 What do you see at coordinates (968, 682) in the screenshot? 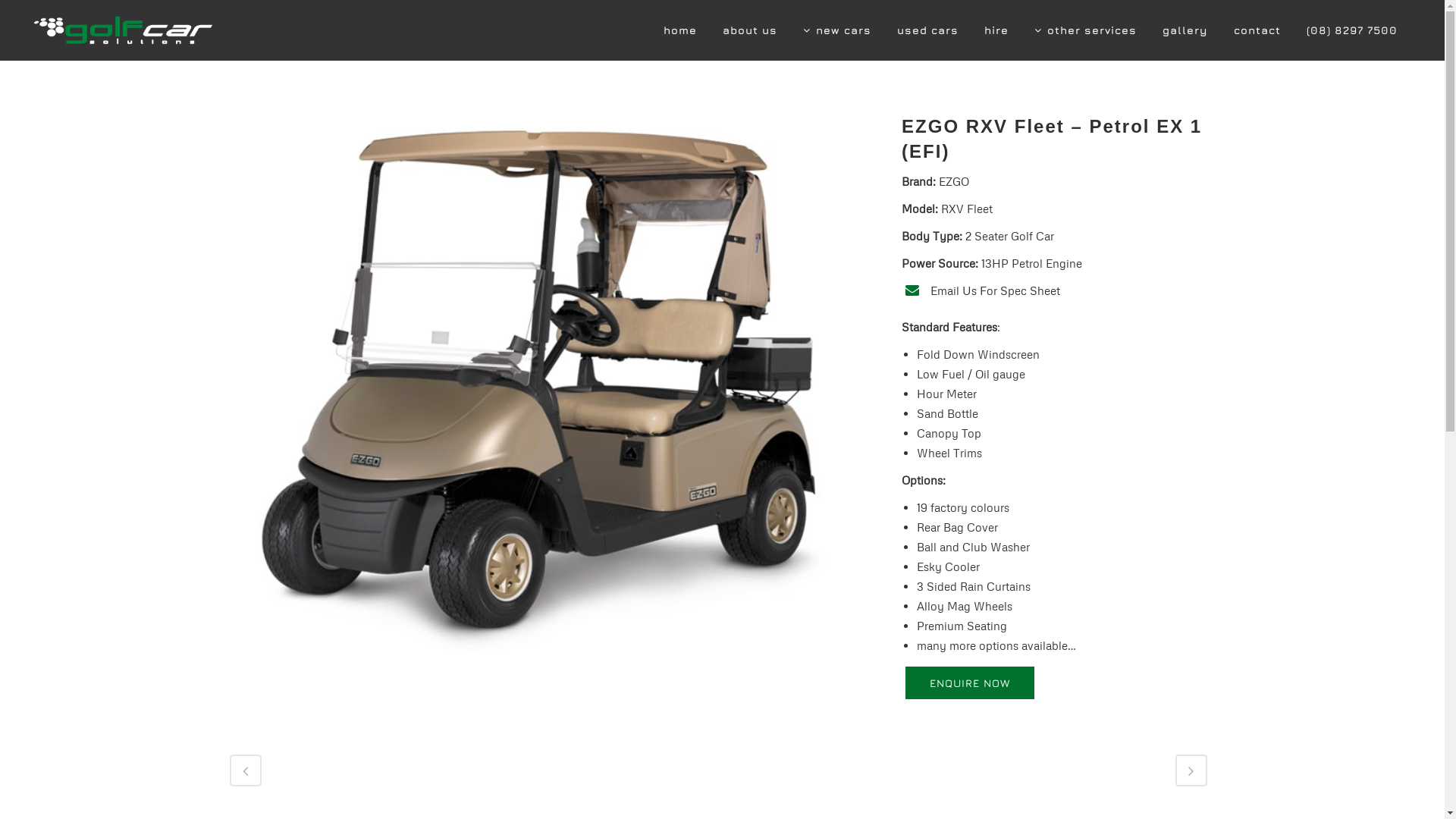
I see `'ENQUIRE NOW'` at bounding box center [968, 682].